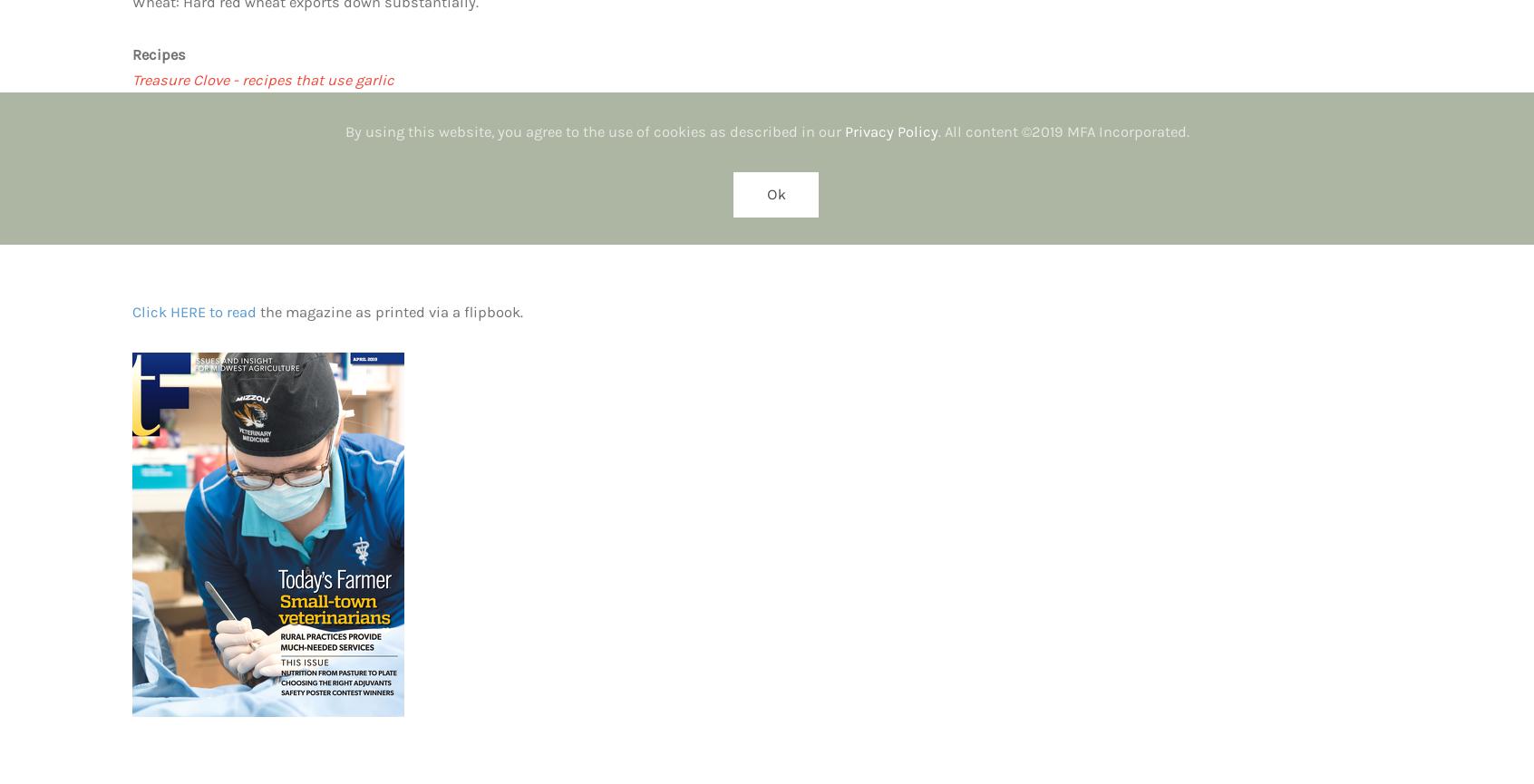 The image size is (1534, 784). I want to click on 'Click HERE to read', so click(194, 312).